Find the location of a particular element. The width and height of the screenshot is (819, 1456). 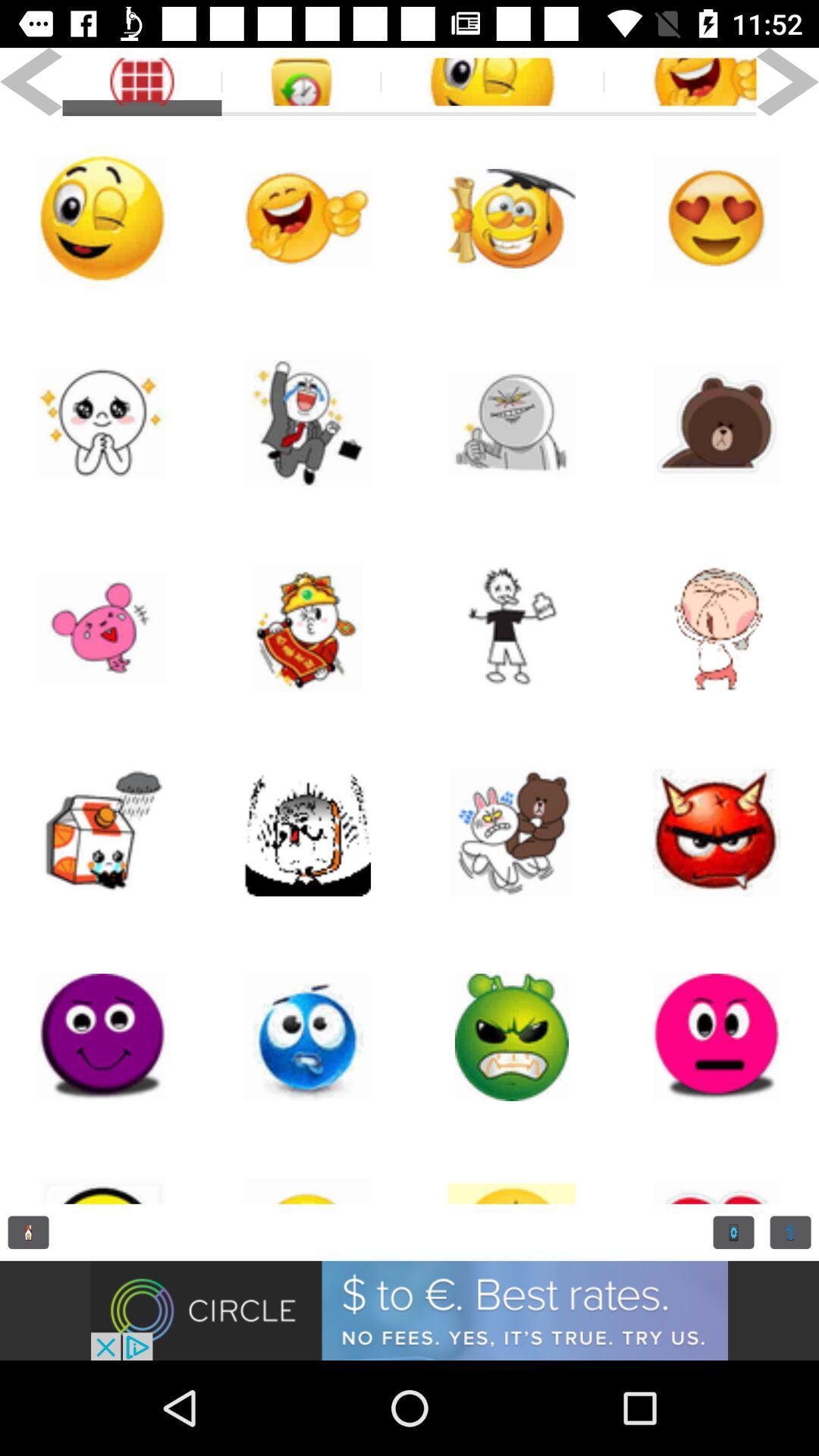

emoji is located at coordinates (102, 1171).